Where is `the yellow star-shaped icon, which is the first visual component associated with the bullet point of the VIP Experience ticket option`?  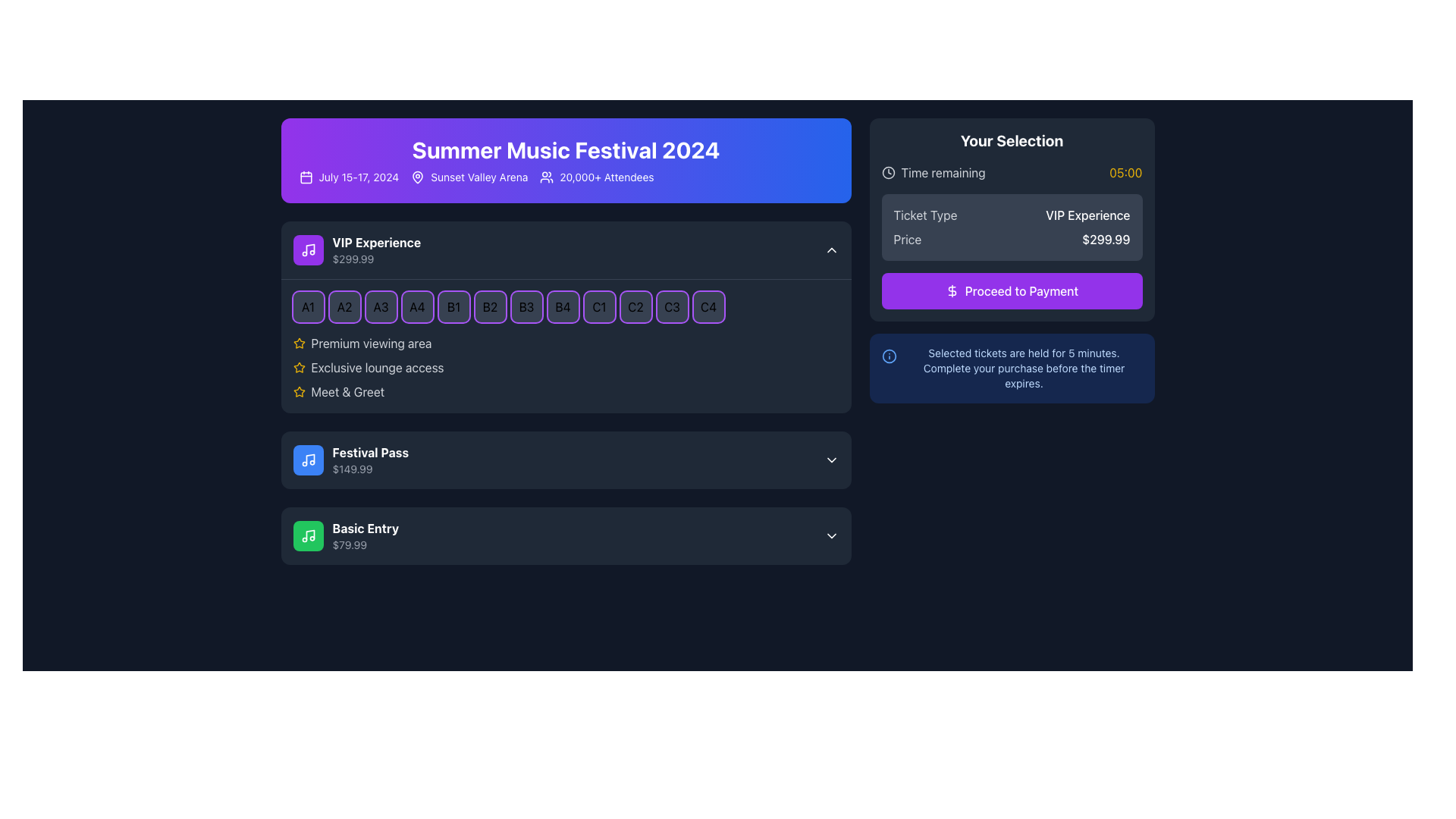 the yellow star-shaped icon, which is the first visual component associated with the bullet point of the VIP Experience ticket option is located at coordinates (299, 391).